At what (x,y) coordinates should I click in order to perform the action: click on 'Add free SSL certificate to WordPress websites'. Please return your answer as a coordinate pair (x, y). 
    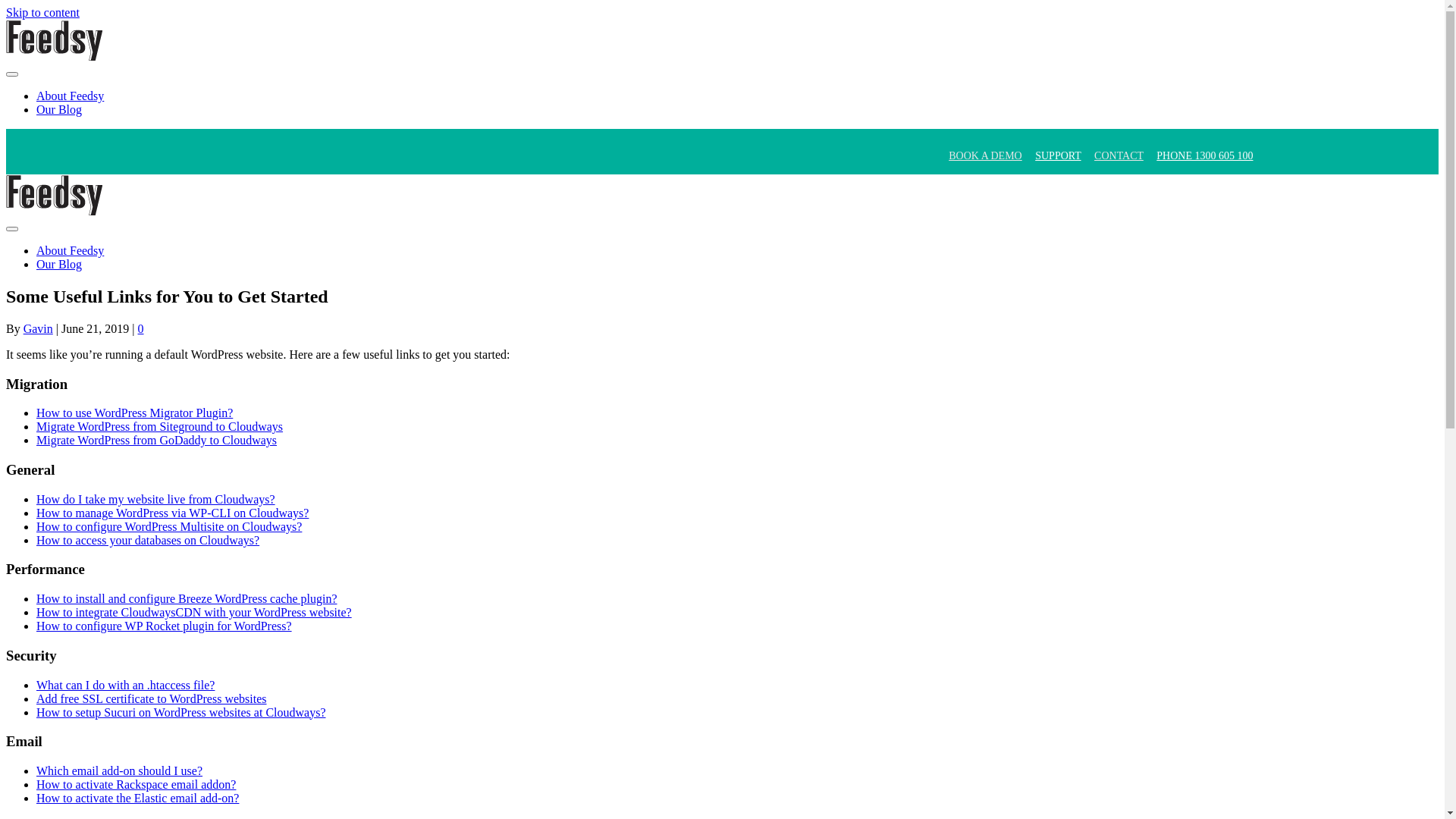
    Looking at the image, I should click on (152, 698).